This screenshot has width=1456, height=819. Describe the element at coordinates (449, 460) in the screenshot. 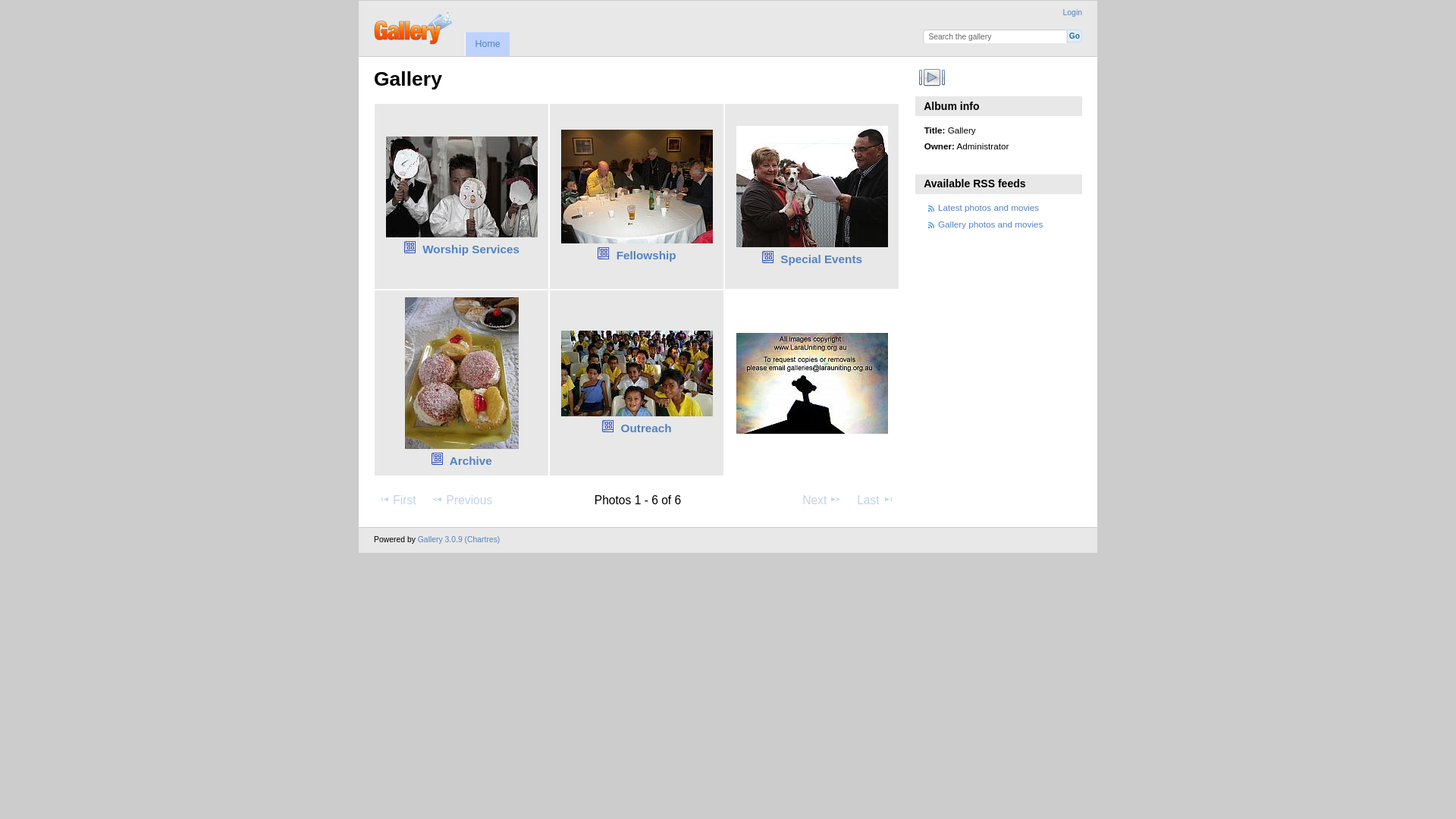

I see `'Archive'` at that location.